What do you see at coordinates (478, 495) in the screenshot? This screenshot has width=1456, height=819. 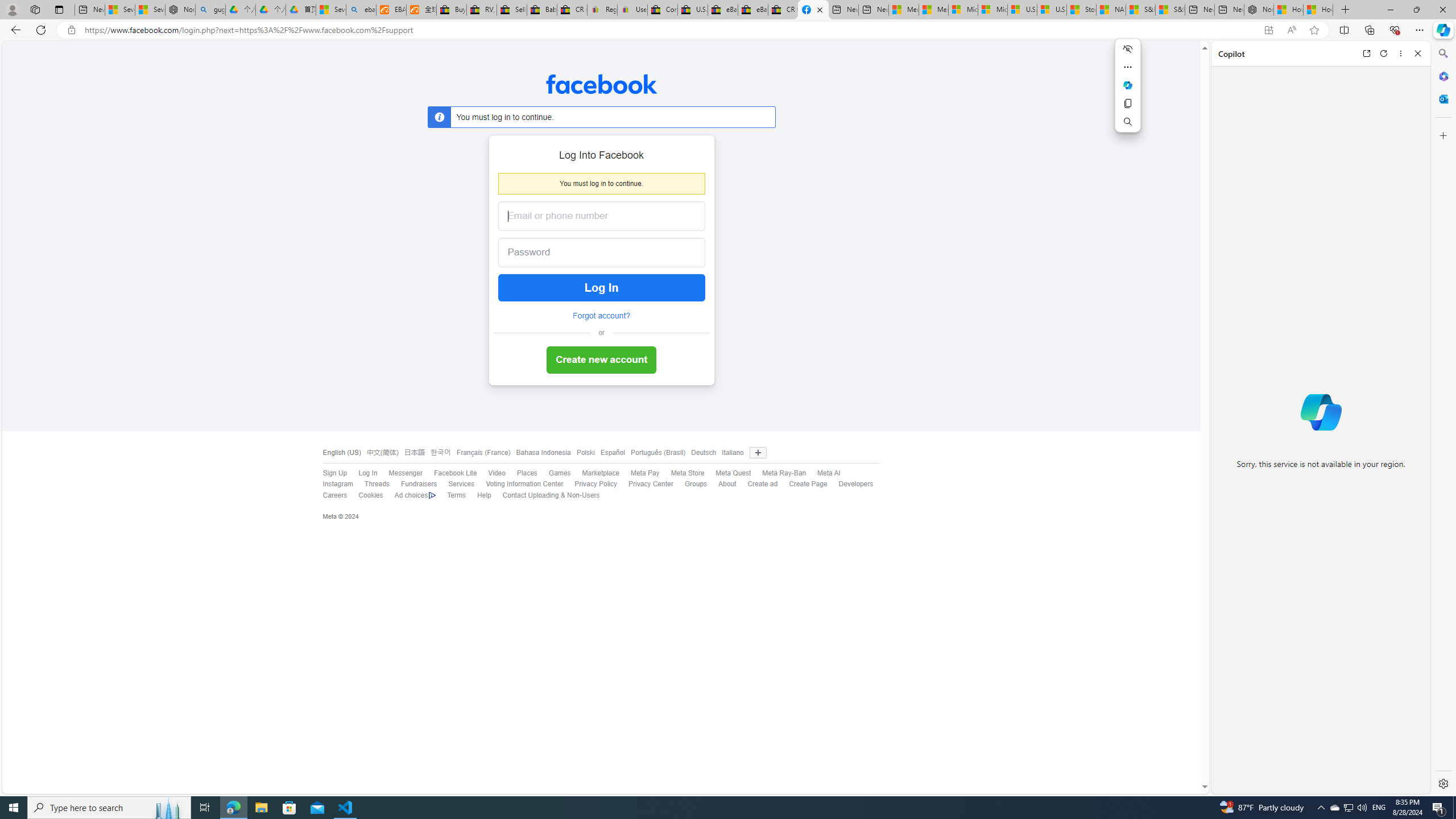 I see `'Help'` at bounding box center [478, 495].